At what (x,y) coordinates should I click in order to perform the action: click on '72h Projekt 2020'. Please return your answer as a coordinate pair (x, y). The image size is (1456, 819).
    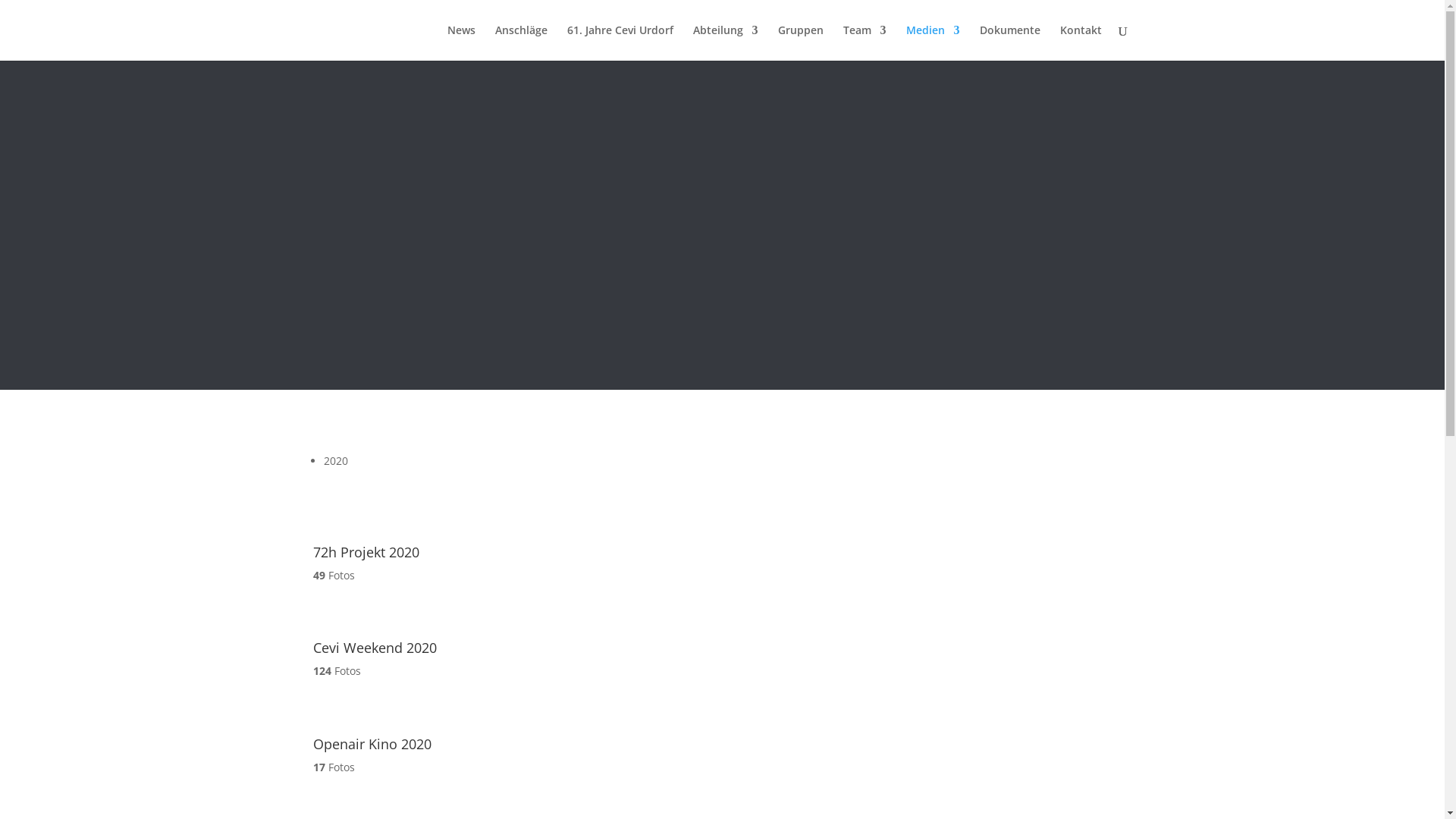
    Looking at the image, I should click on (365, 552).